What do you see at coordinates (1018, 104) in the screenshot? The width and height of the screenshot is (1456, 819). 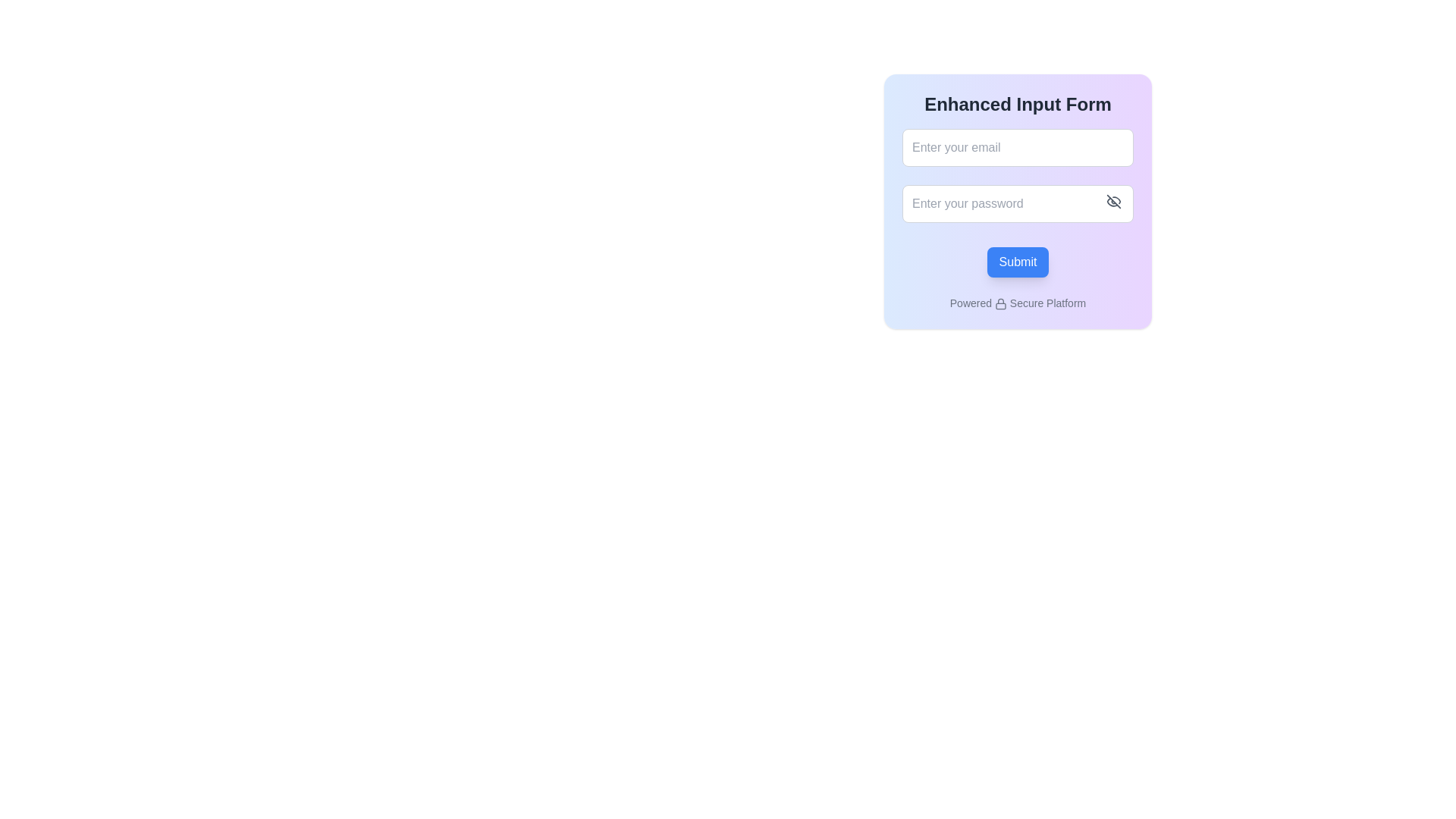 I see `the title text element at the top of the form, which serves as a descriptor for the content below` at bounding box center [1018, 104].